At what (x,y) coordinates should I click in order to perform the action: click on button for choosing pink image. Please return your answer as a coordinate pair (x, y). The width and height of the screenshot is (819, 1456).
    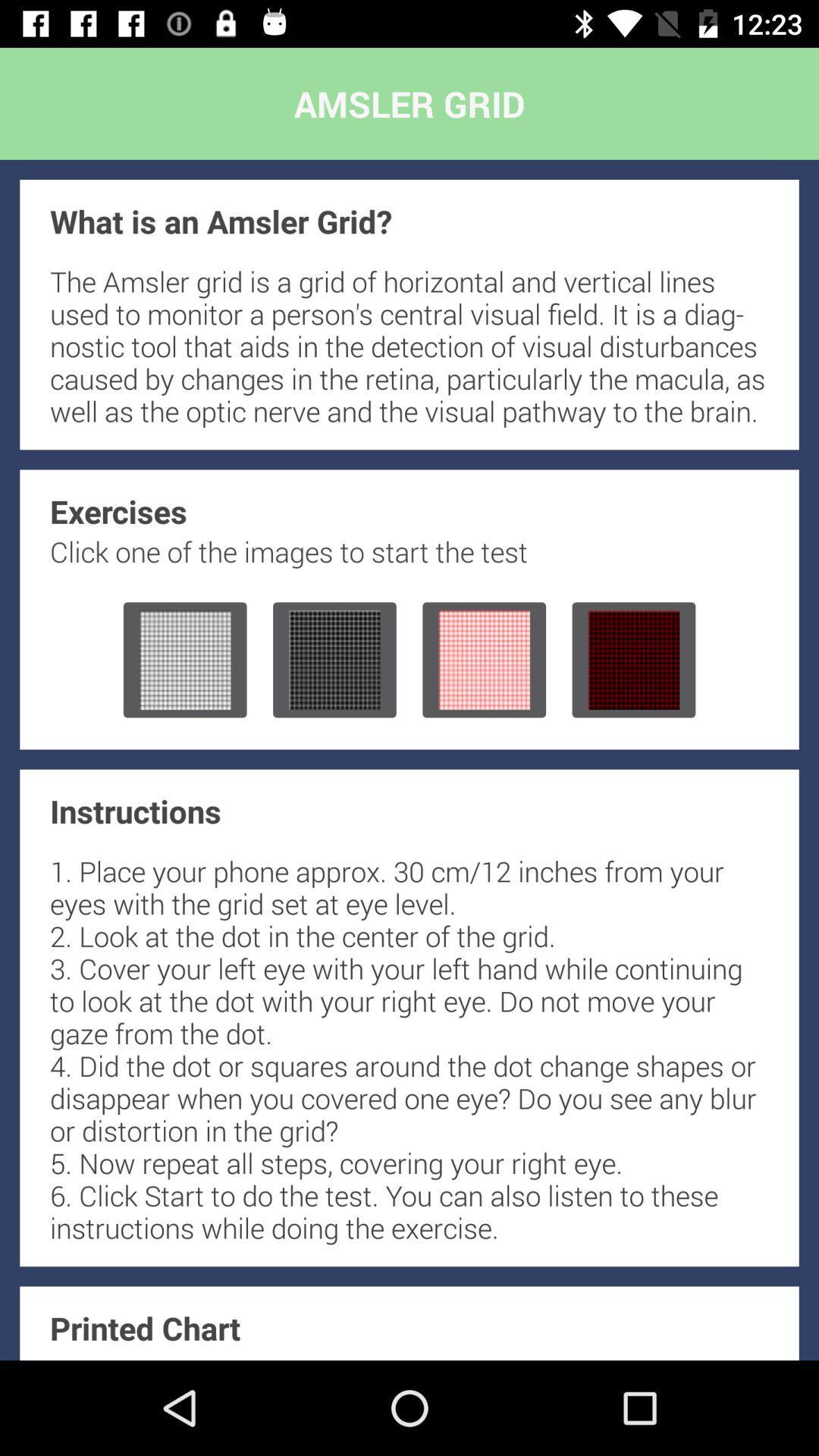
    Looking at the image, I should click on (484, 660).